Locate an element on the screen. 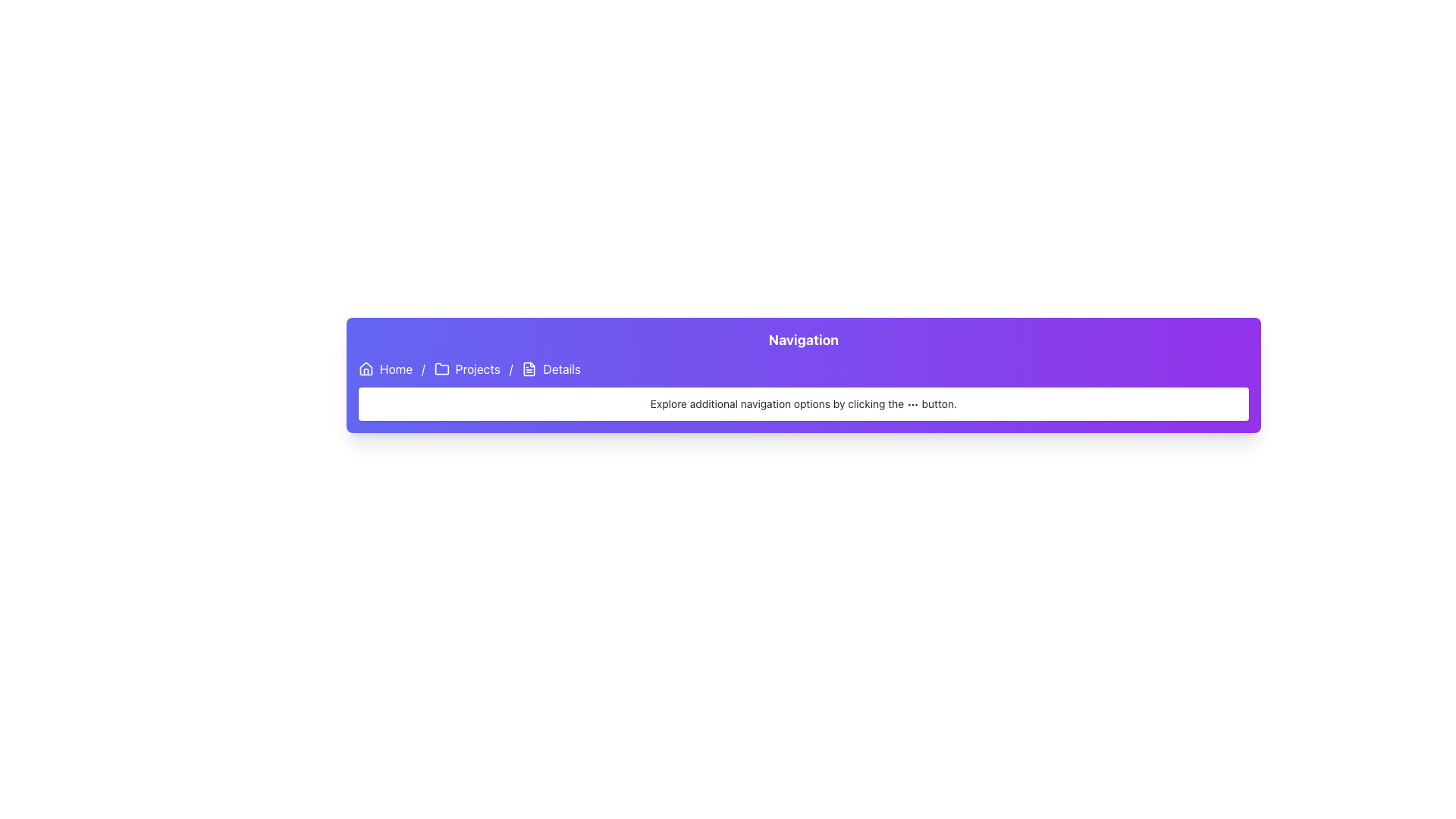 The height and width of the screenshot is (819, 1456). the 'Home' icon in the breadcrumb navigation bar is located at coordinates (366, 369).